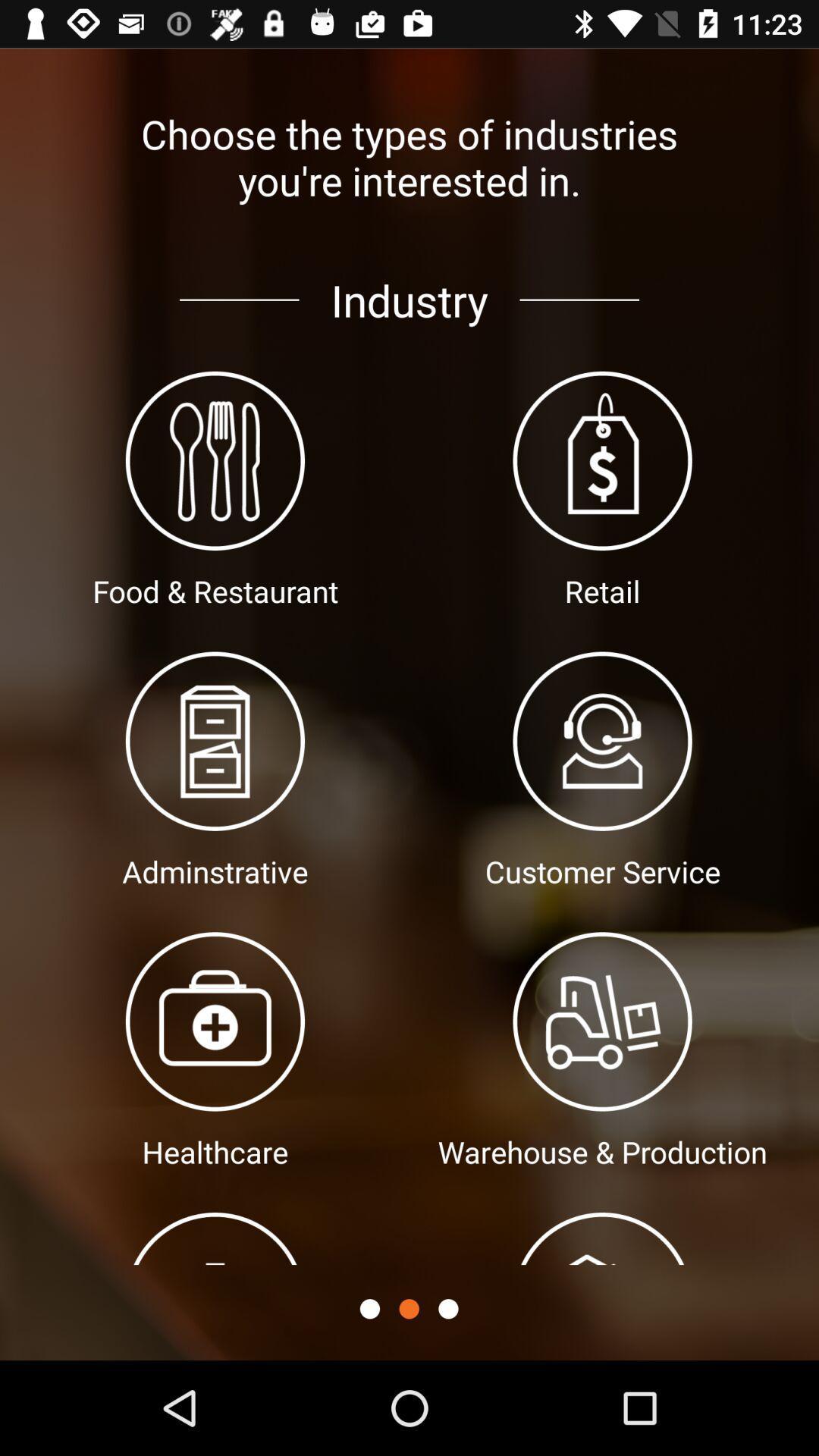 This screenshot has width=819, height=1456. I want to click on item below the industry item, so click(408, 1308).